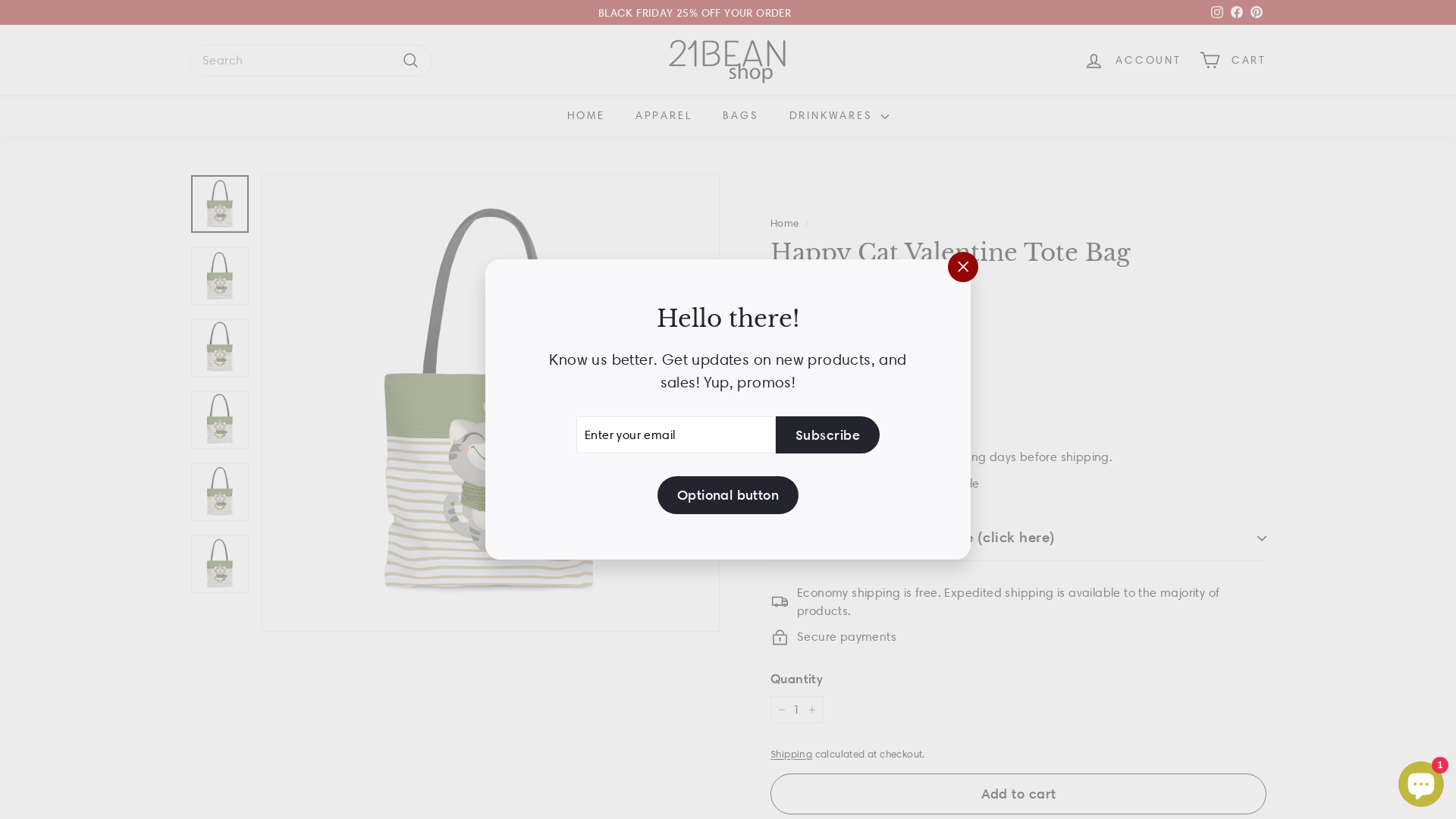 This screenshot has width=1456, height=819. I want to click on '+', so click(811, 710).